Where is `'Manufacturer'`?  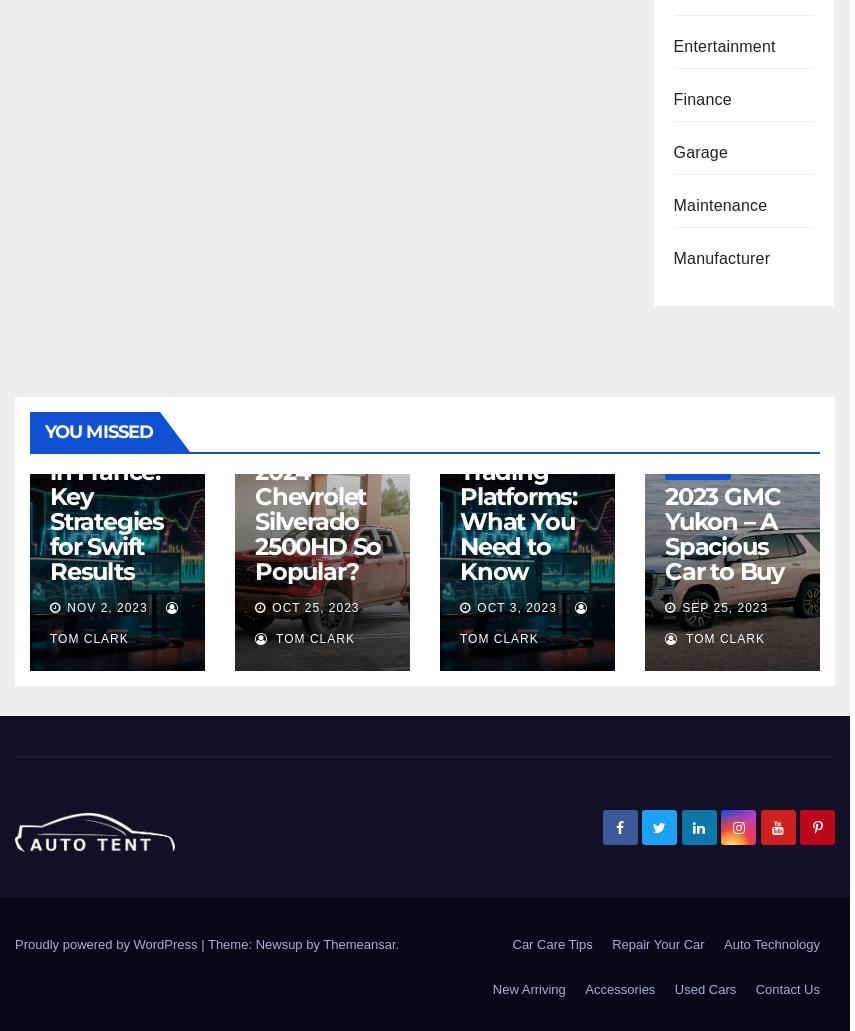 'Manufacturer' is located at coordinates (720, 258).